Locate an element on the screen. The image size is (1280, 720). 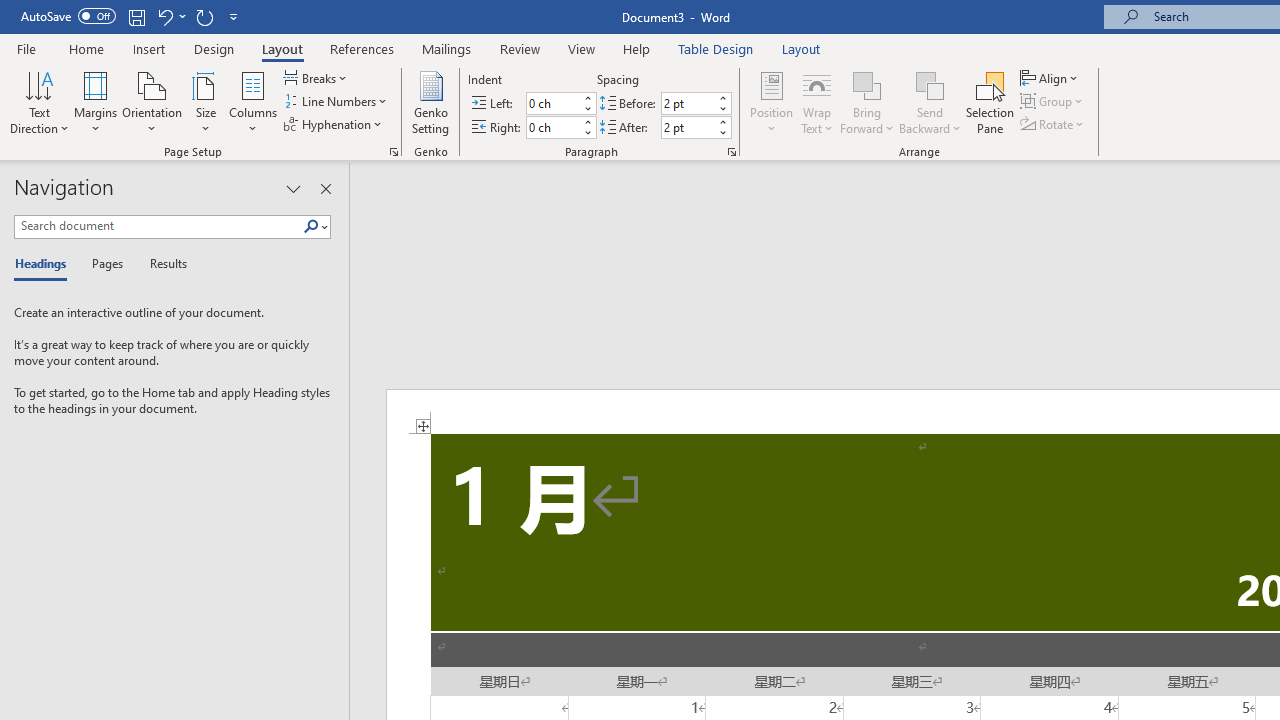
'Genko Setting...' is located at coordinates (429, 103).